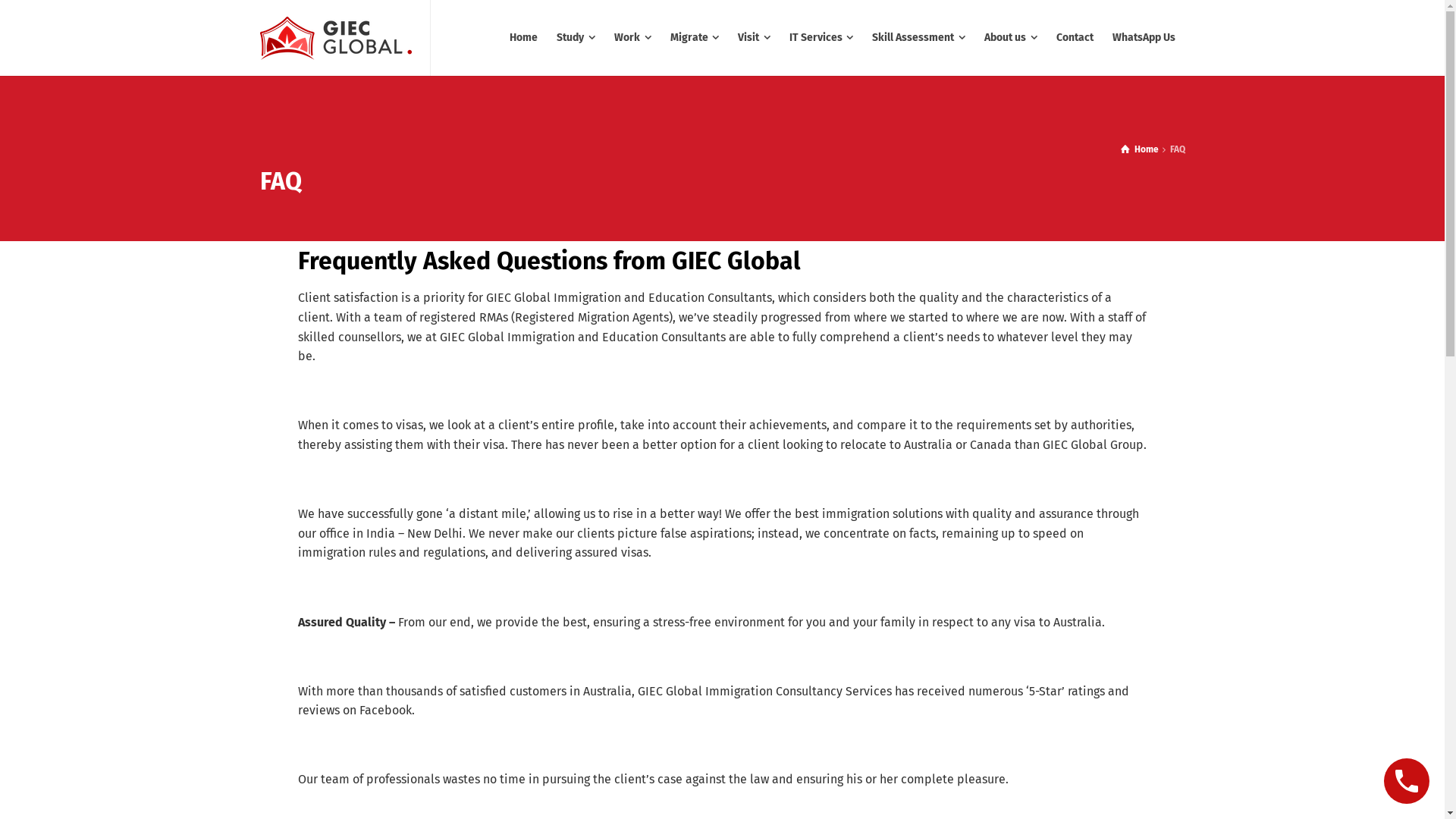 Image resolution: width=1456 pixels, height=819 pixels. I want to click on 'Migrate', so click(661, 37).